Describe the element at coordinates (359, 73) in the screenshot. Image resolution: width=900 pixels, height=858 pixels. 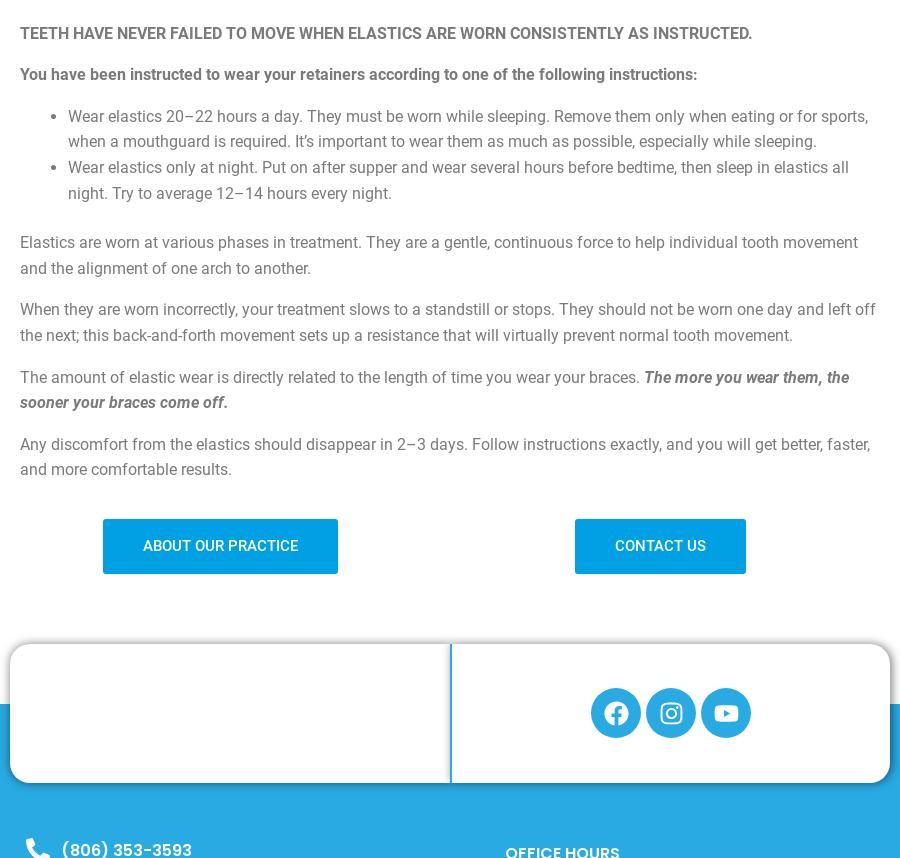
I see `'You have been instructed to wear your retainers according to one of the following instructions:'` at that location.